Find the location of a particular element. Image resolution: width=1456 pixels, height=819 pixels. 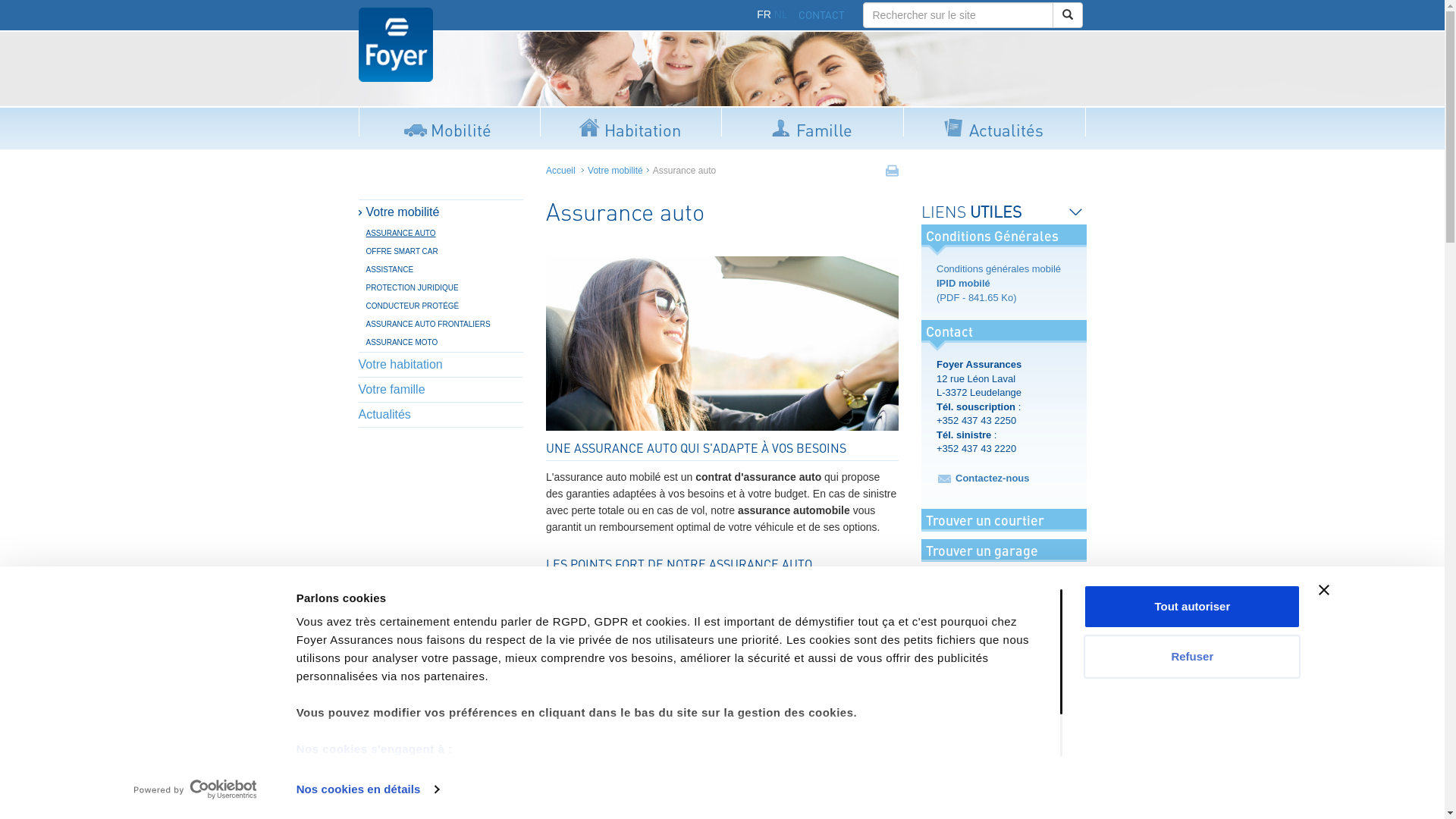

'ASSISTANCE' is located at coordinates (443, 268).